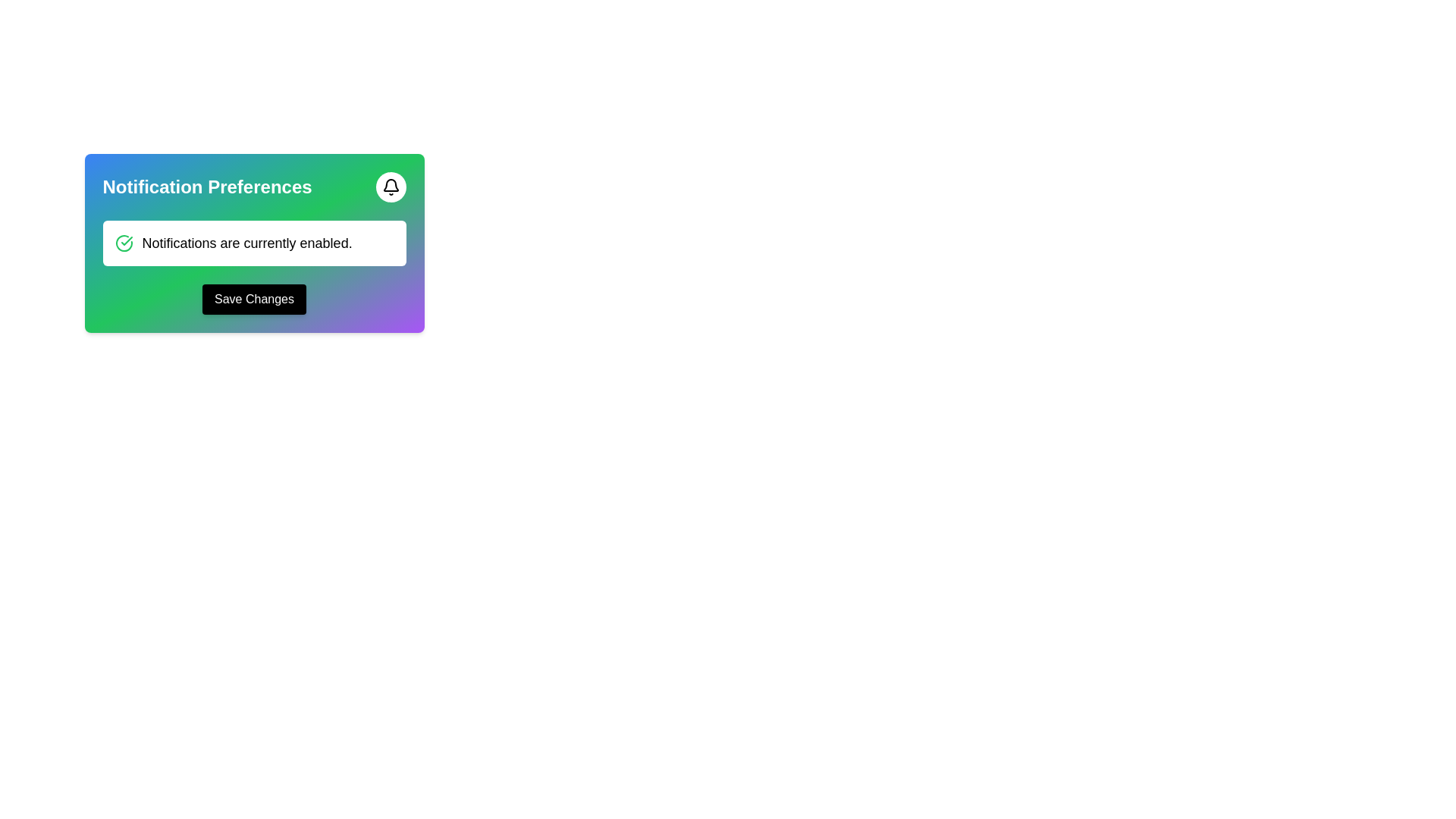 The image size is (1456, 819). Describe the element at coordinates (247, 242) in the screenshot. I see `the text label that indicates the current status of notifications being enabled, located to the right of a green checkmark icon` at that location.